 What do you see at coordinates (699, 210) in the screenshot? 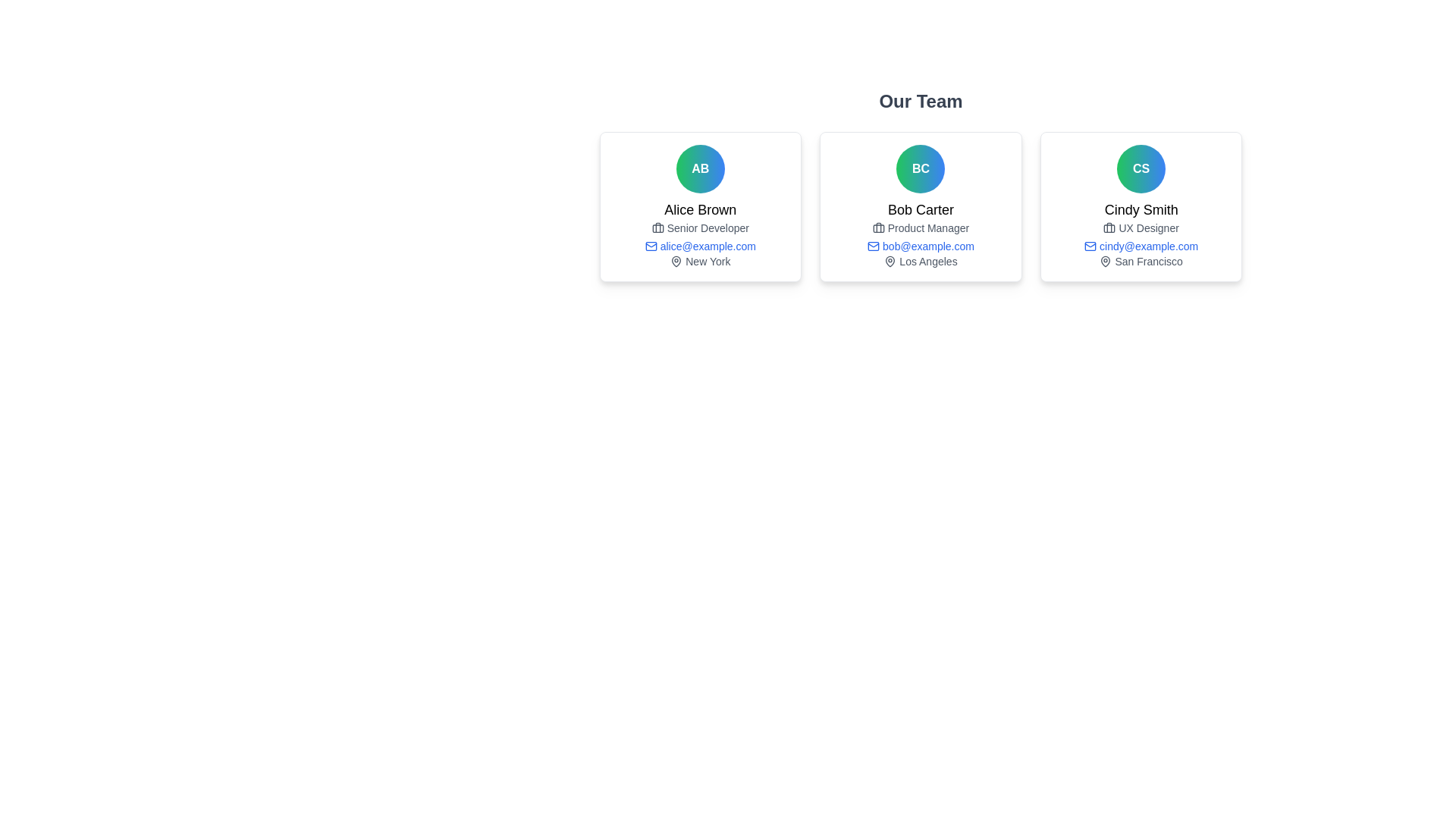
I see `text content 'Alice Brown' from the name section of the user profile card, which is displayed in a bold font below the avatar icon with initials 'AB'` at bounding box center [699, 210].